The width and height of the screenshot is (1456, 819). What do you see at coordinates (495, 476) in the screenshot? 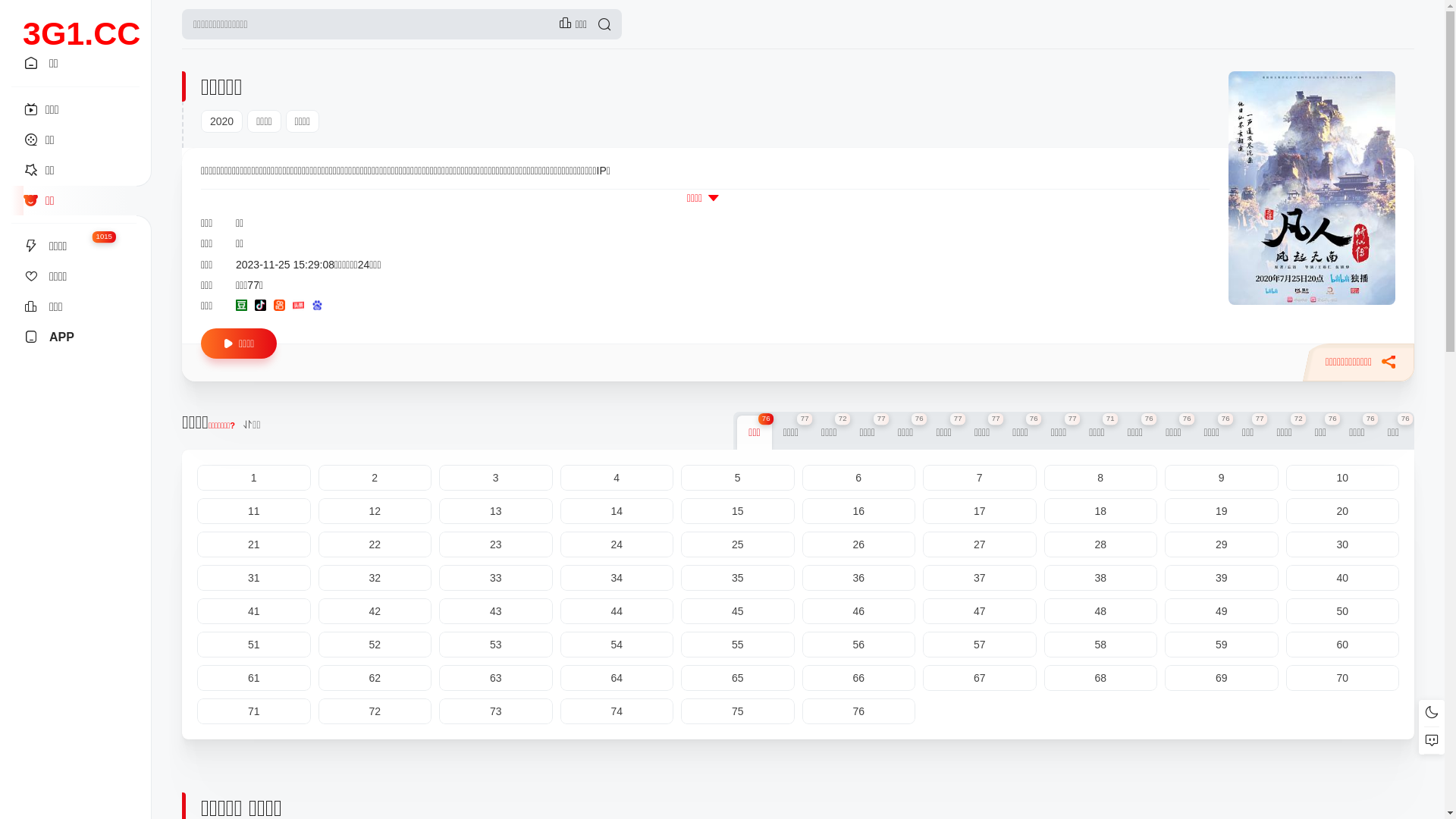
I see `'3'` at bounding box center [495, 476].